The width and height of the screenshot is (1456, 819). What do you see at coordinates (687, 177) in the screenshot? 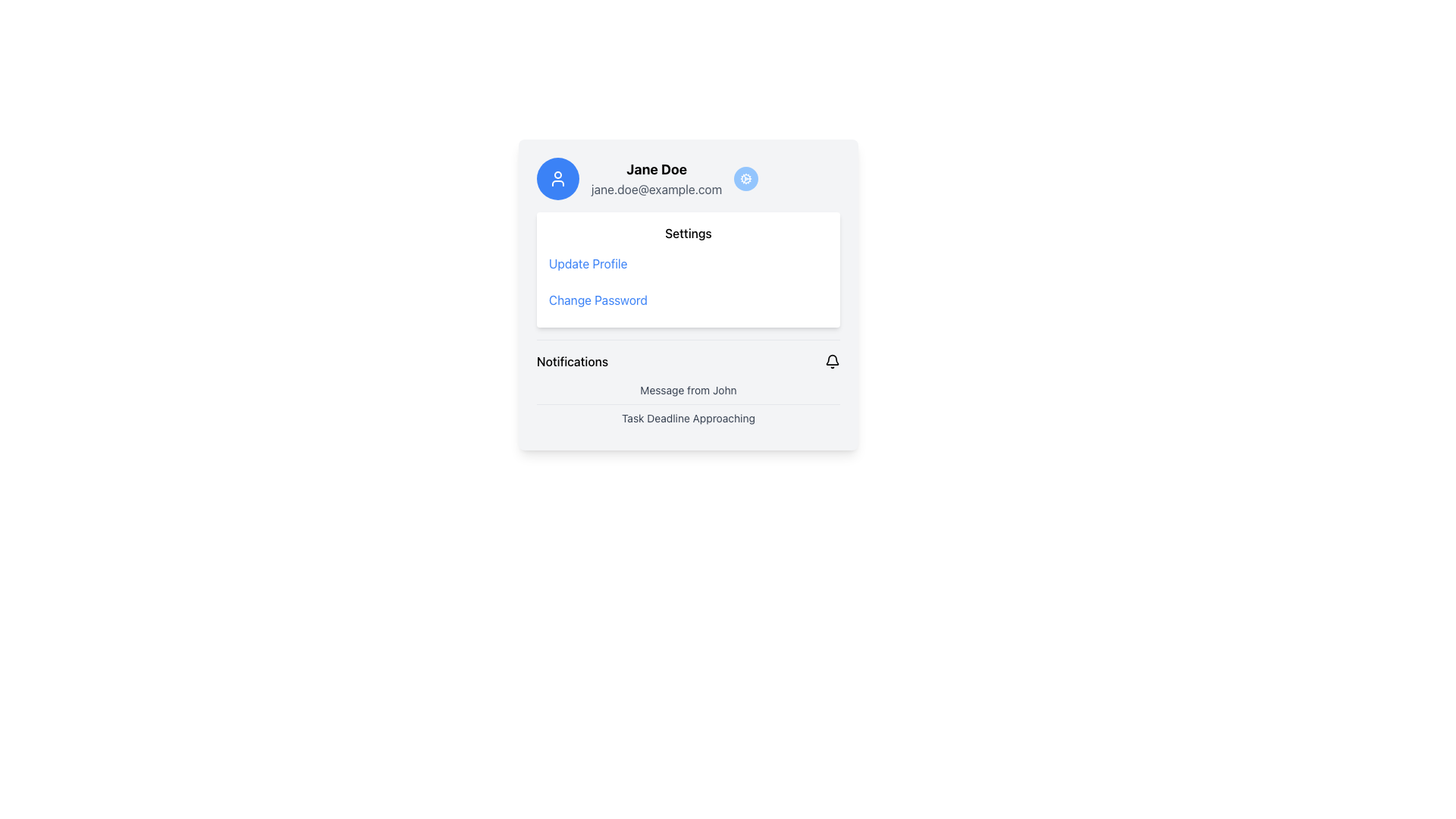
I see `content displayed in the text area that shows the user's name and email address, located in the top section of a card-like component, centered below a circular avatar` at bounding box center [687, 177].